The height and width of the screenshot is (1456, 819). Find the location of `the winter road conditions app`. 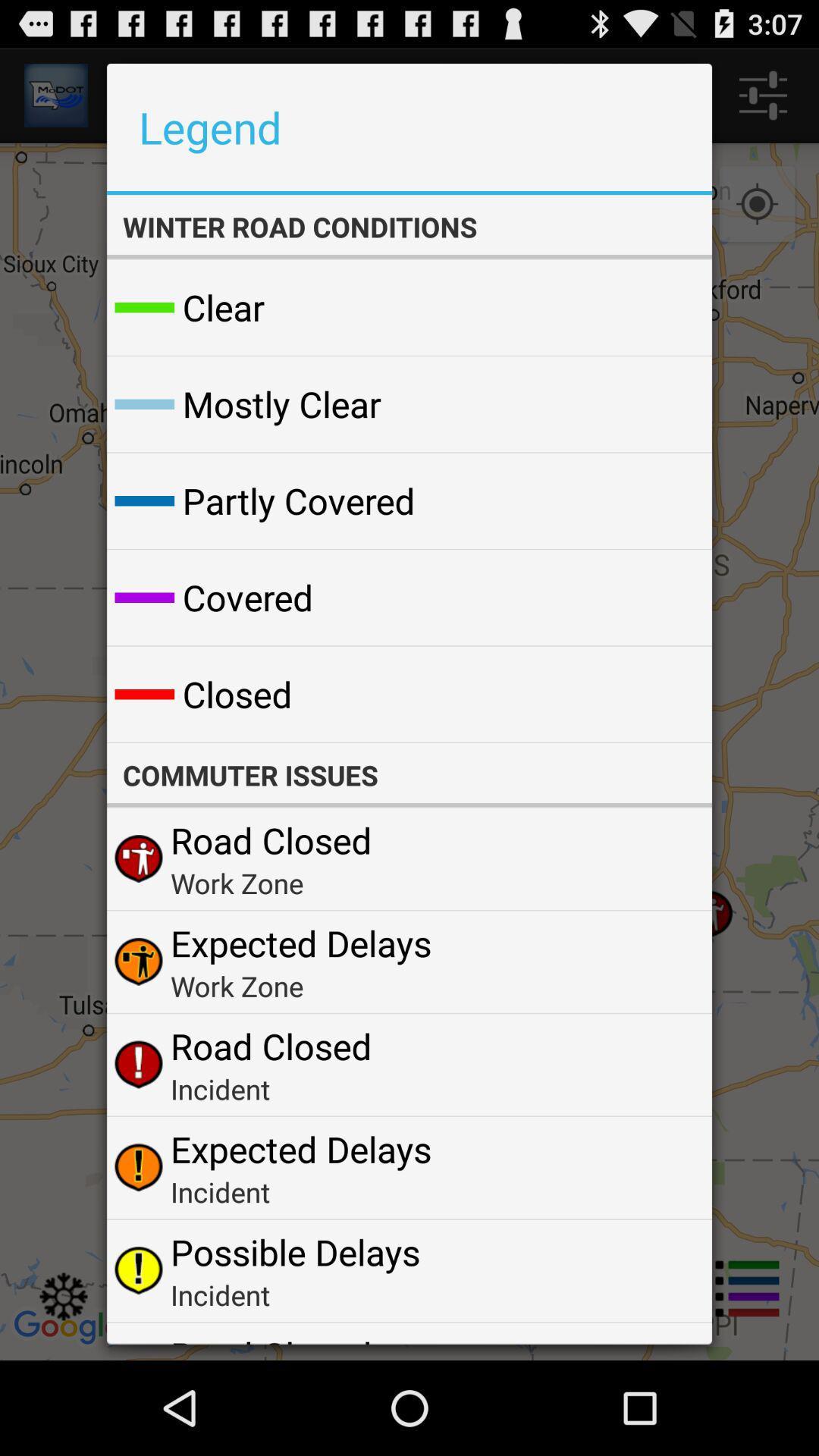

the winter road conditions app is located at coordinates (409, 226).